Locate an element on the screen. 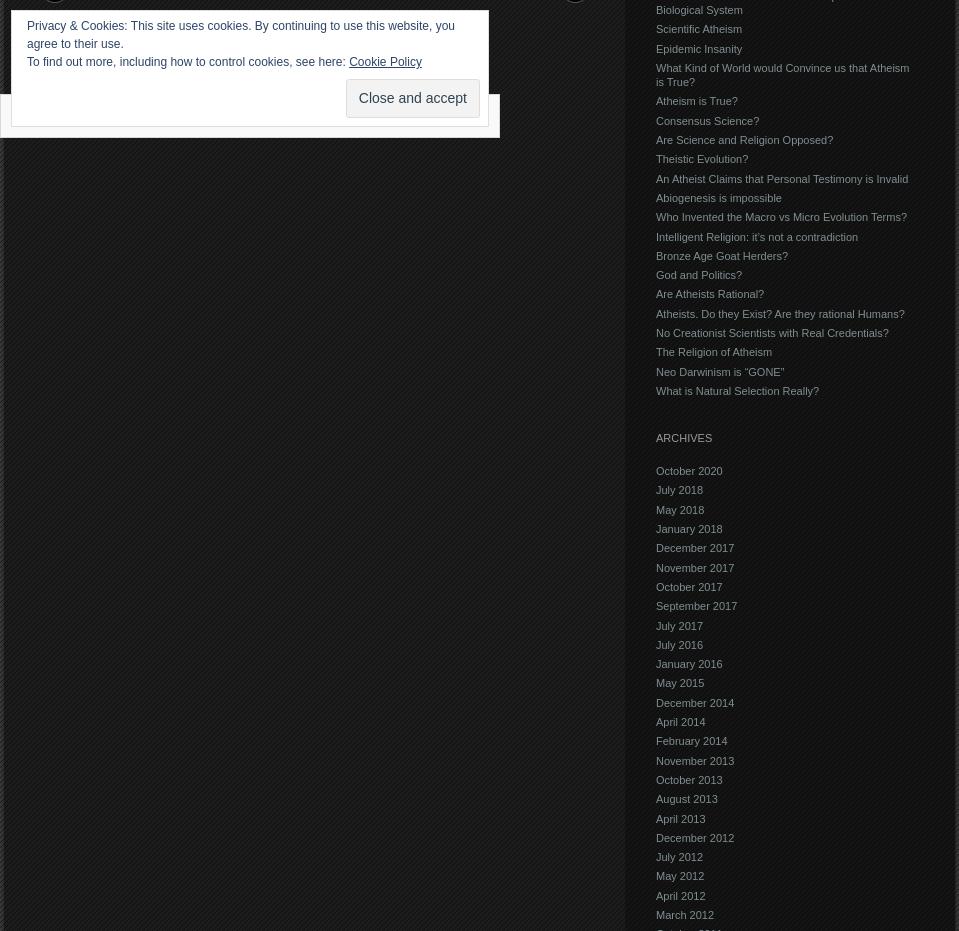 The width and height of the screenshot is (959, 931). 'To find out more, including how to control cookies, see here:' is located at coordinates (186, 61).